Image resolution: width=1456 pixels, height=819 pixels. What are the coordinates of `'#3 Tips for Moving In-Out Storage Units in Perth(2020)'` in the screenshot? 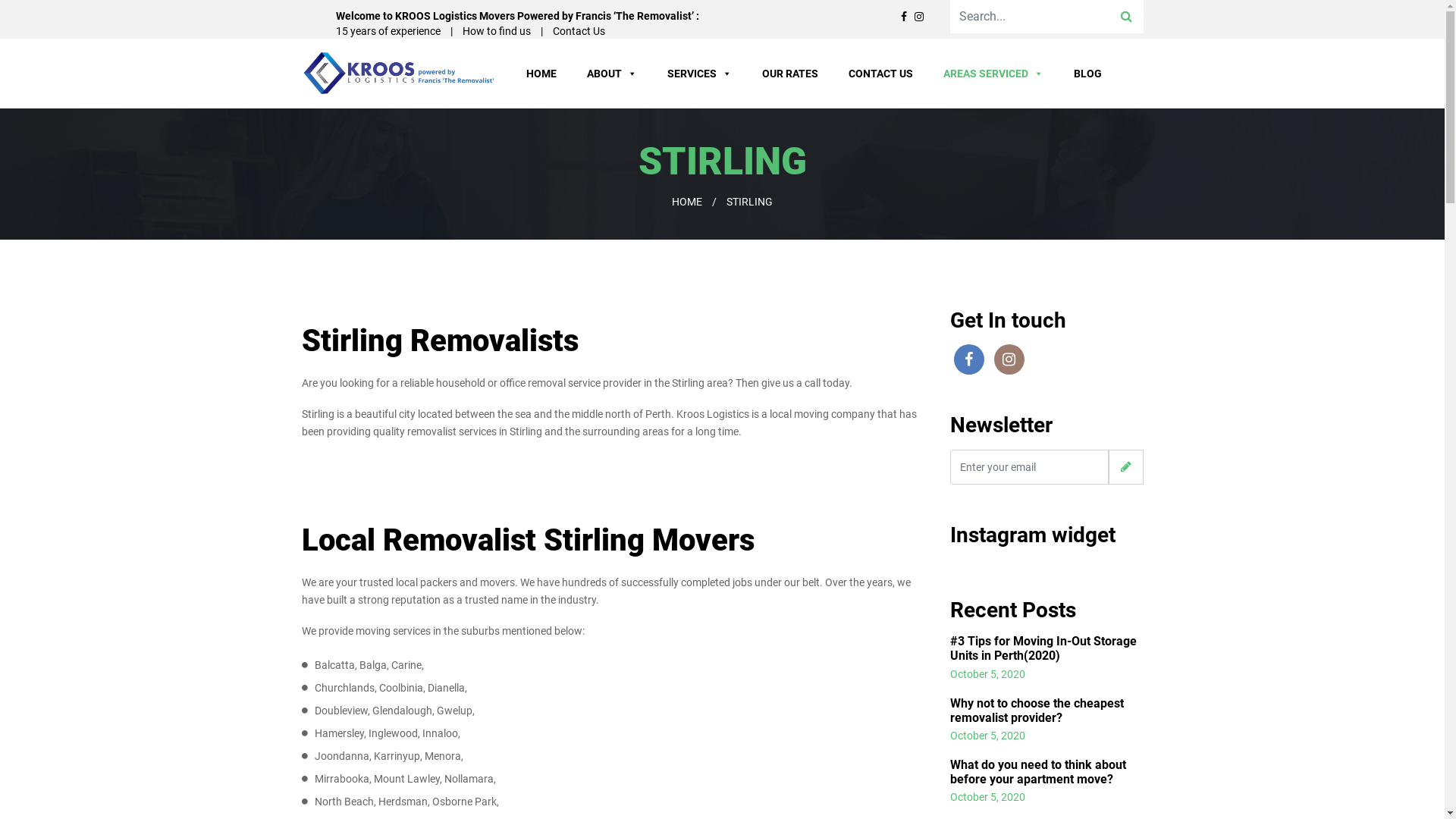 It's located at (1041, 648).